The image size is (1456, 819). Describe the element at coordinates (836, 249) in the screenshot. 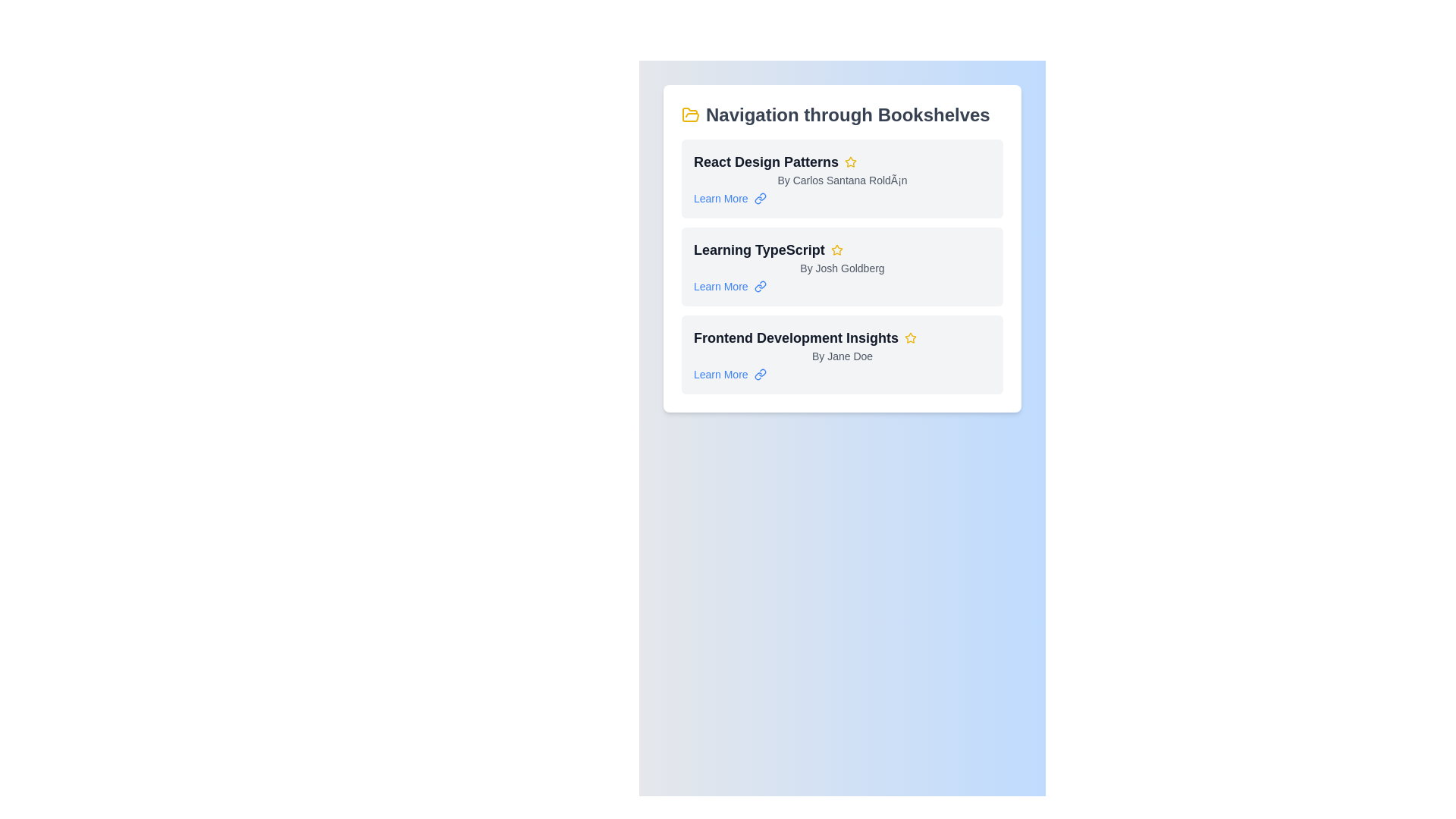

I see `the yellow star icon adjacent to the text 'Learning TypeScript'` at that location.